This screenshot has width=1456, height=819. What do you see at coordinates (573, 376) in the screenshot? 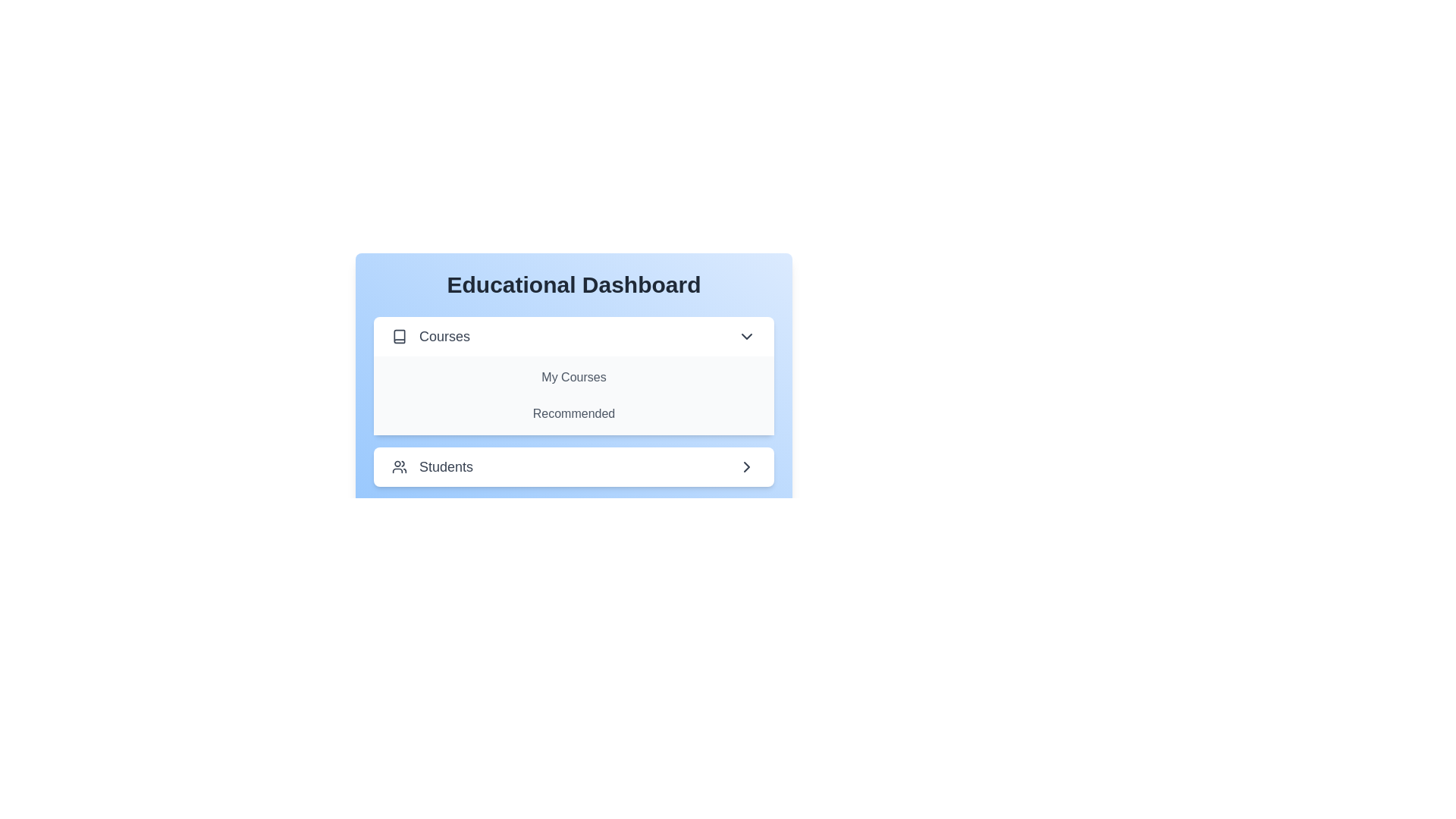
I see `the text of the section or item My Courses` at bounding box center [573, 376].